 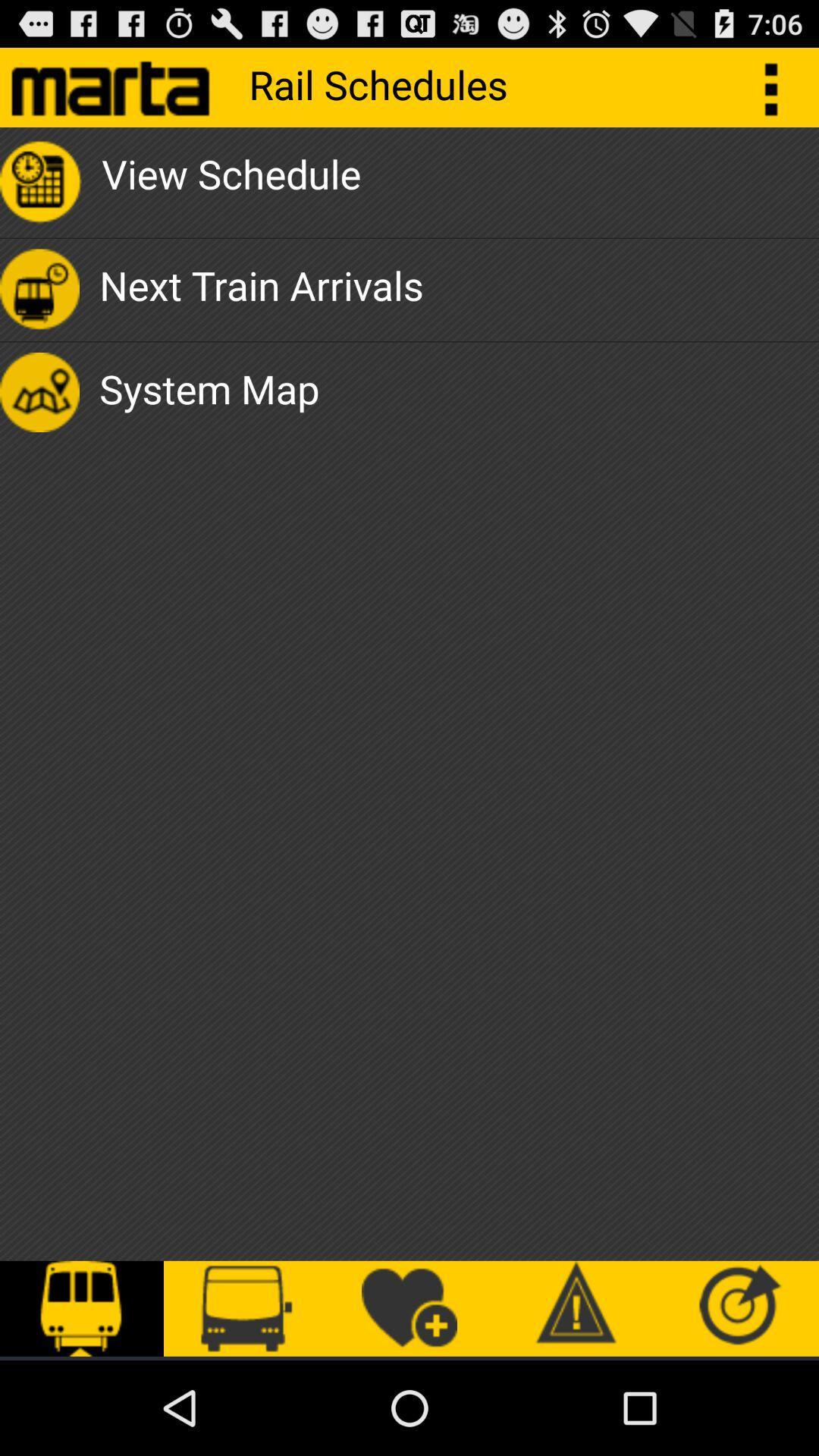 I want to click on the button which is right side of rail schedules, so click(x=779, y=86).